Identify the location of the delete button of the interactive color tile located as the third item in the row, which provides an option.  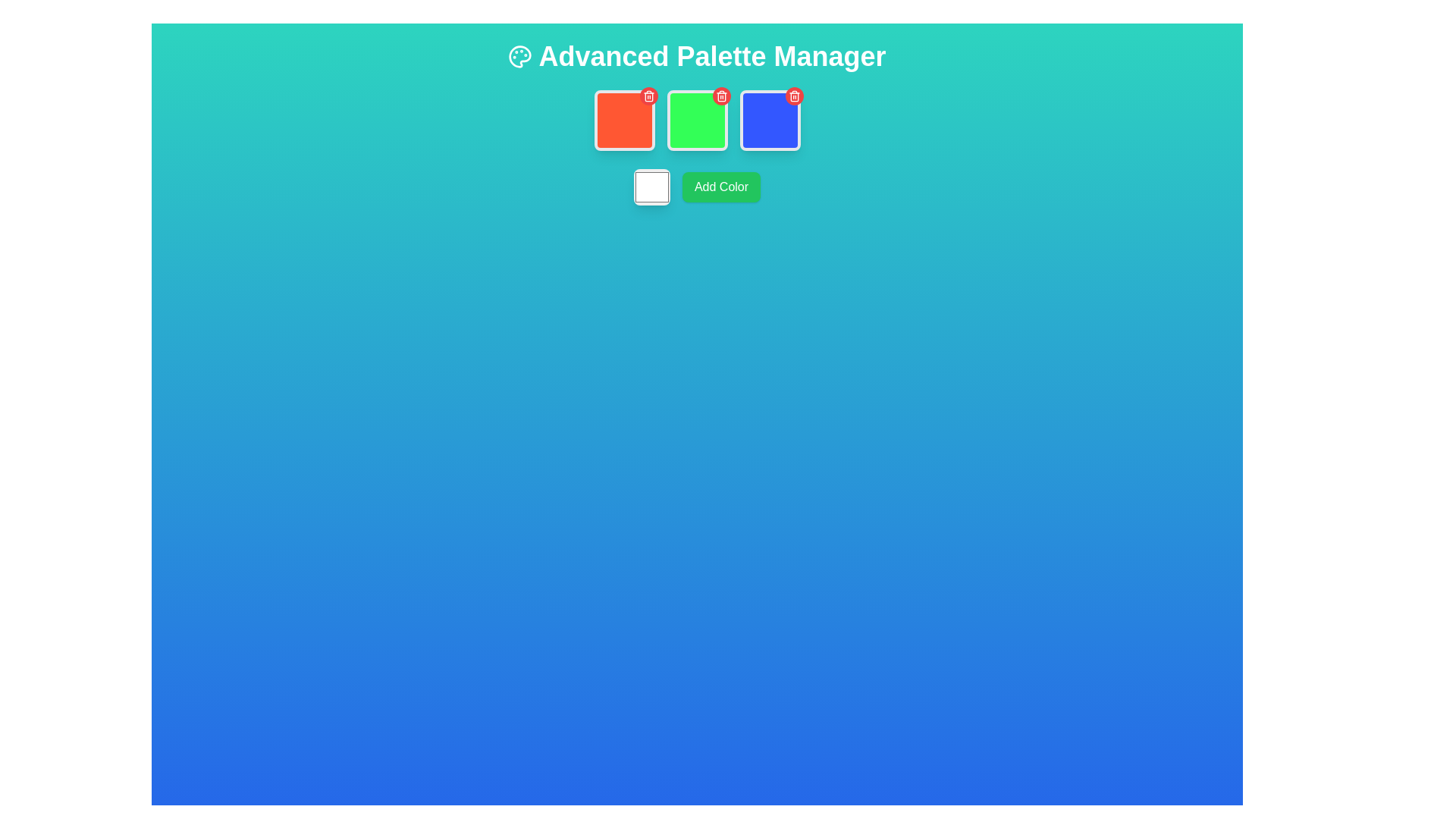
(770, 119).